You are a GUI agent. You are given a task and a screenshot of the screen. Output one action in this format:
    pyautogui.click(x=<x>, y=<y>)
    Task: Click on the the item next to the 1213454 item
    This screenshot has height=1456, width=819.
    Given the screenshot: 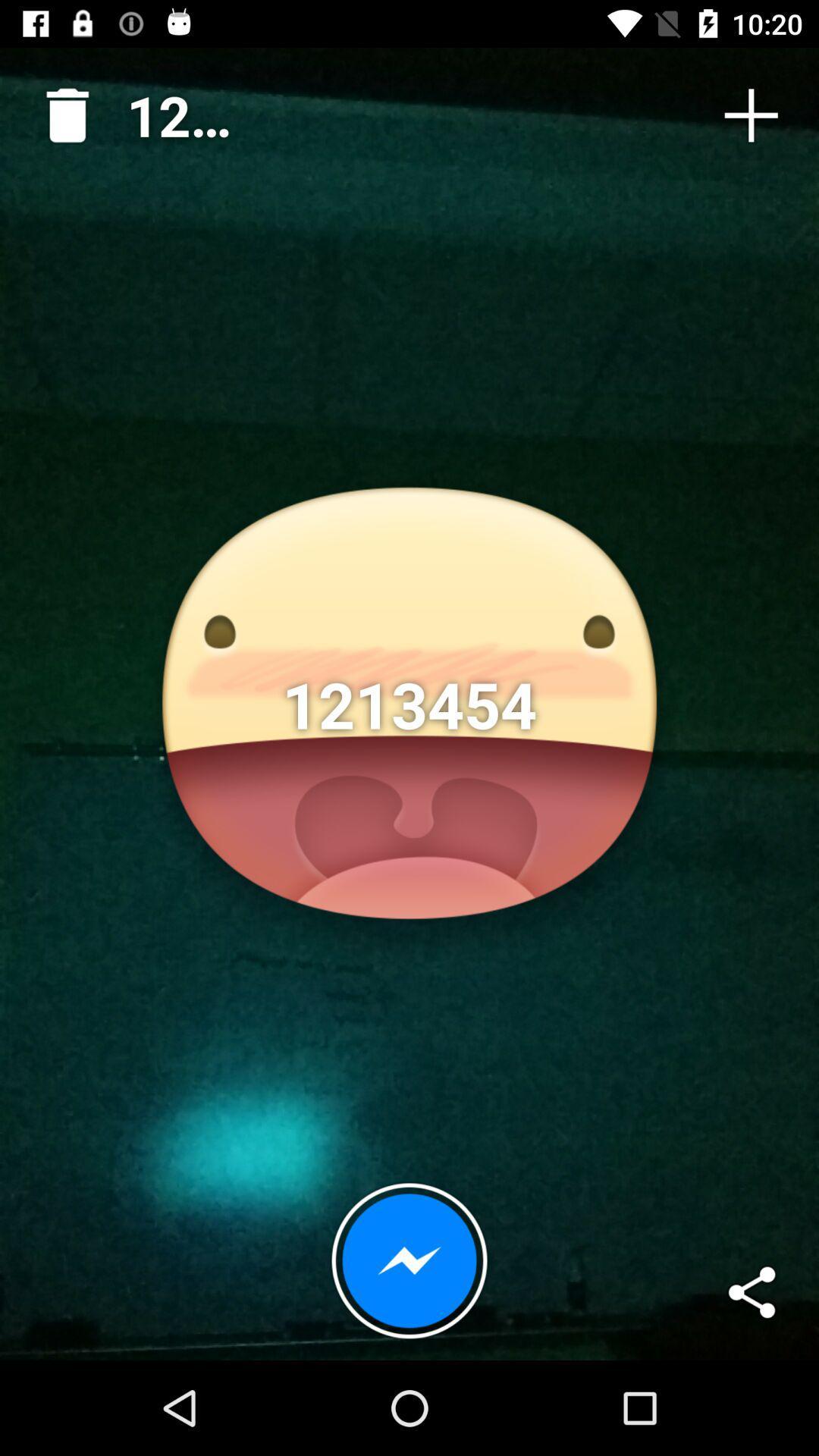 What is the action you would take?
    pyautogui.click(x=751, y=115)
    